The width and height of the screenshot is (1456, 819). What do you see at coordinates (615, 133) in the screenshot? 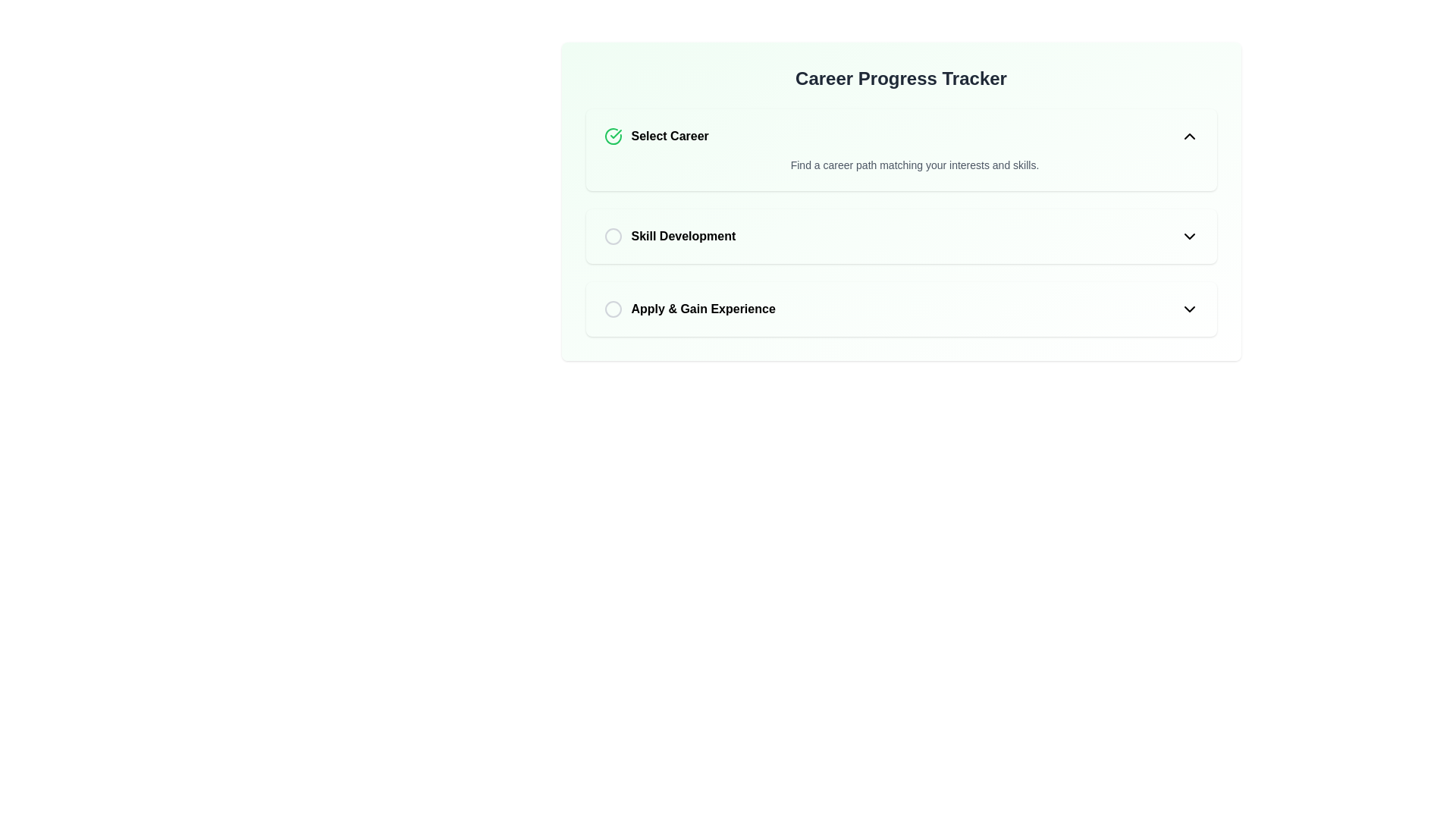
I see `the green checkmark icon in the 'Select Career' section, which indicates a positive action or completion` at bounding box center [615, 133].